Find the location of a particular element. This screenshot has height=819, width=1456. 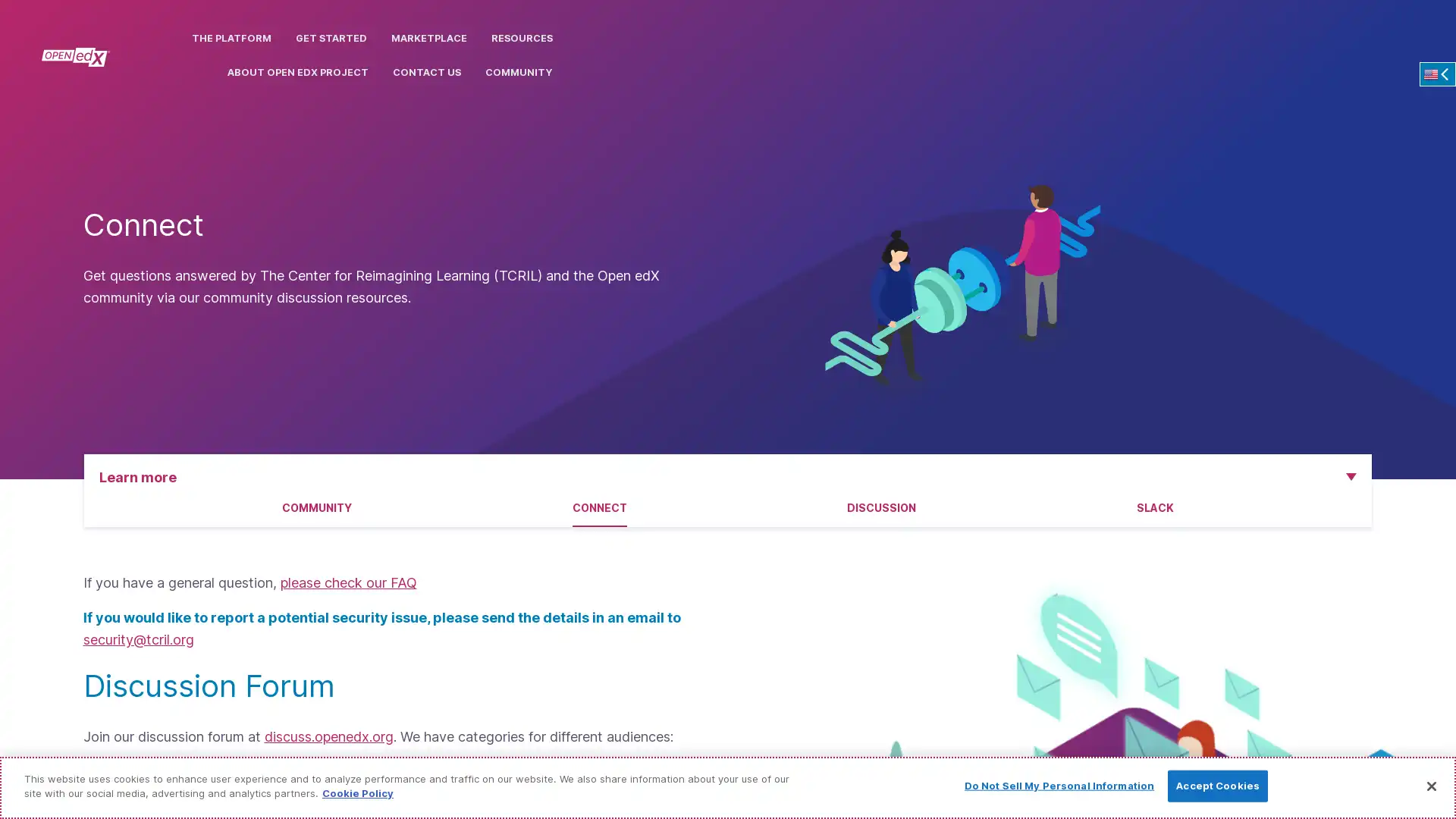

Do Not Sell My Personal Information is located at coordinates (1058, 785).